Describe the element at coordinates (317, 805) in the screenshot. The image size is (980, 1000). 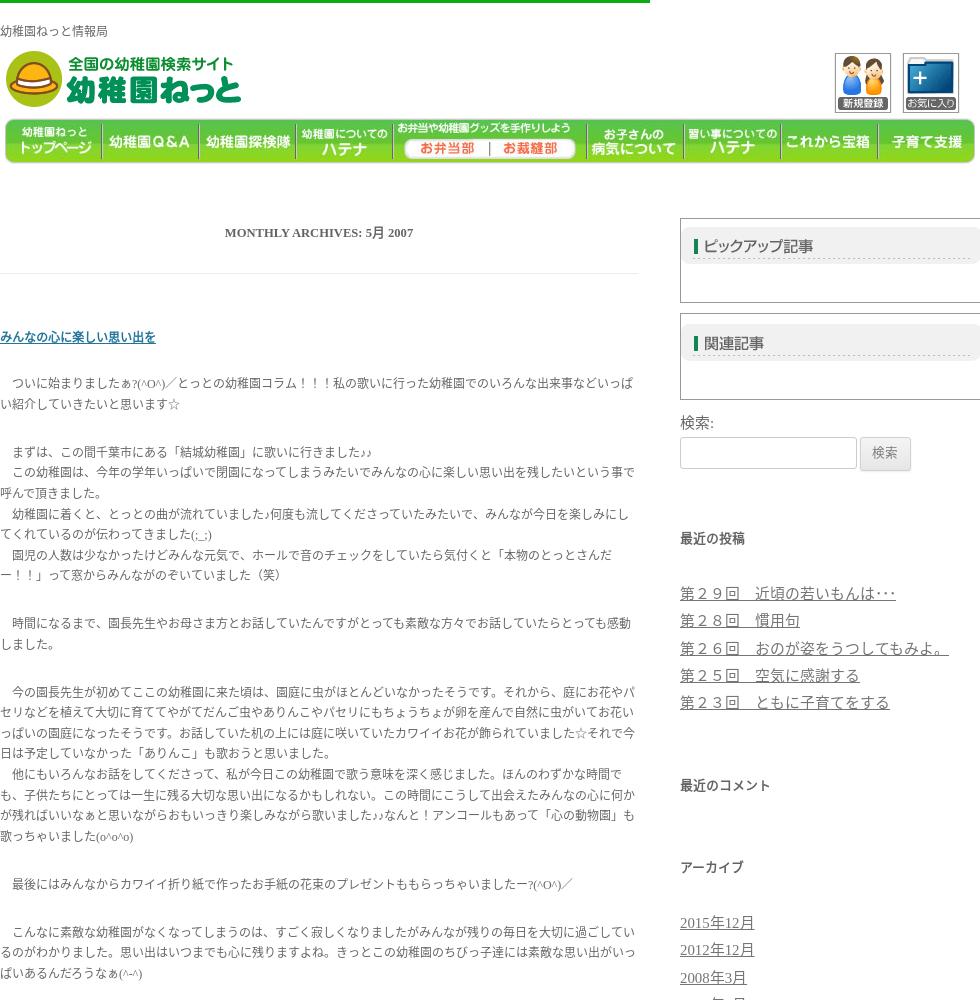
I see `'他にもいろんなお話をしてくださって、私が今日この幼稚園で歌う意味を深く感じました。ほんのわずかな時間でも、子供たちにとっては一生に残る大切な思い出になるかもしれない。この時間にこうして出会えたみんなの心に何かが残ればいいなぁと思いながらおもいっきり楽しみながら歌いました♪♪なんと！アンコールもあって「心の動物園」も歌っちゃいました(o^o^o)'` at that location.